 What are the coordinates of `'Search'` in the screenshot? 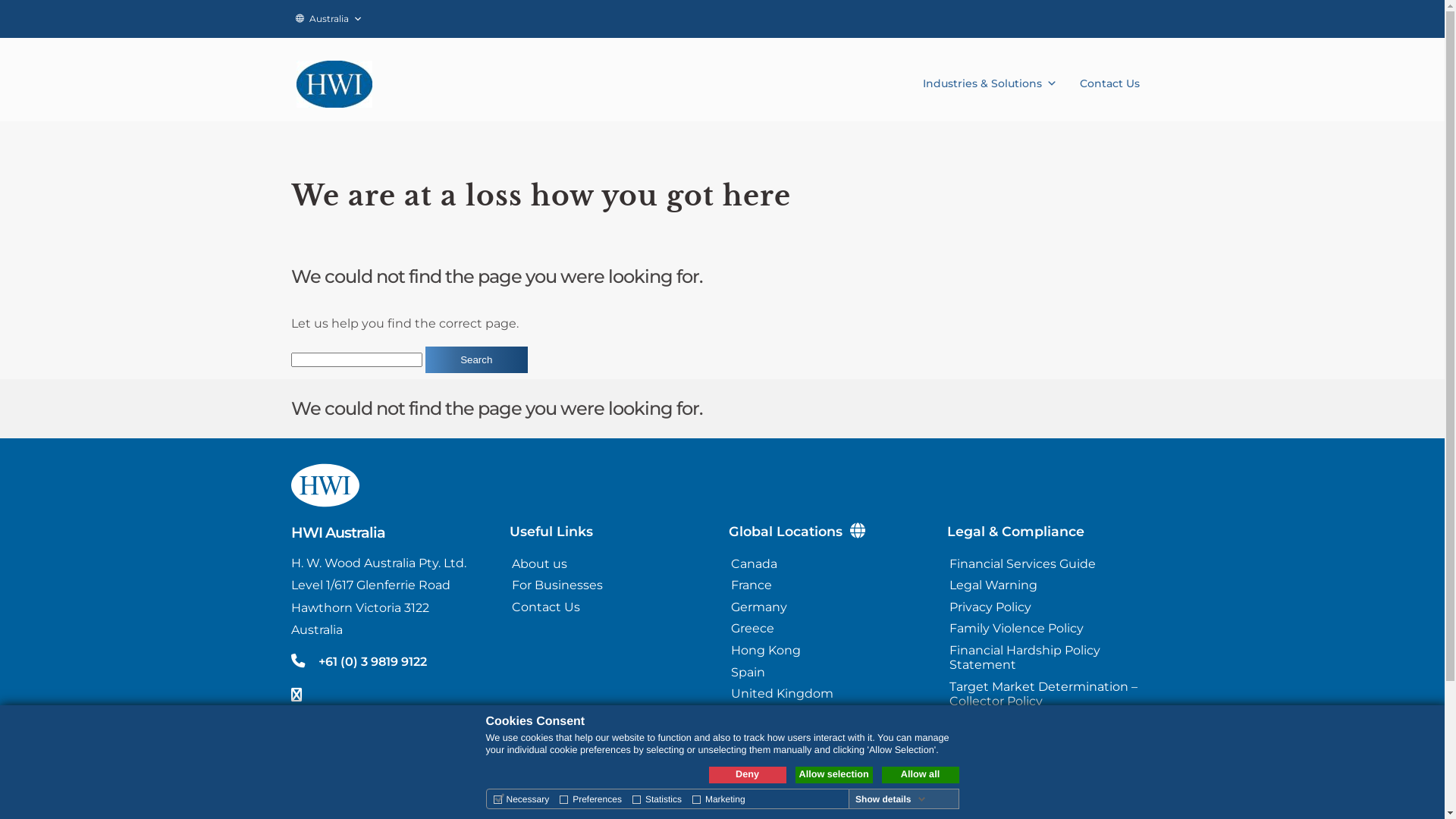 It's located at (475, 359).